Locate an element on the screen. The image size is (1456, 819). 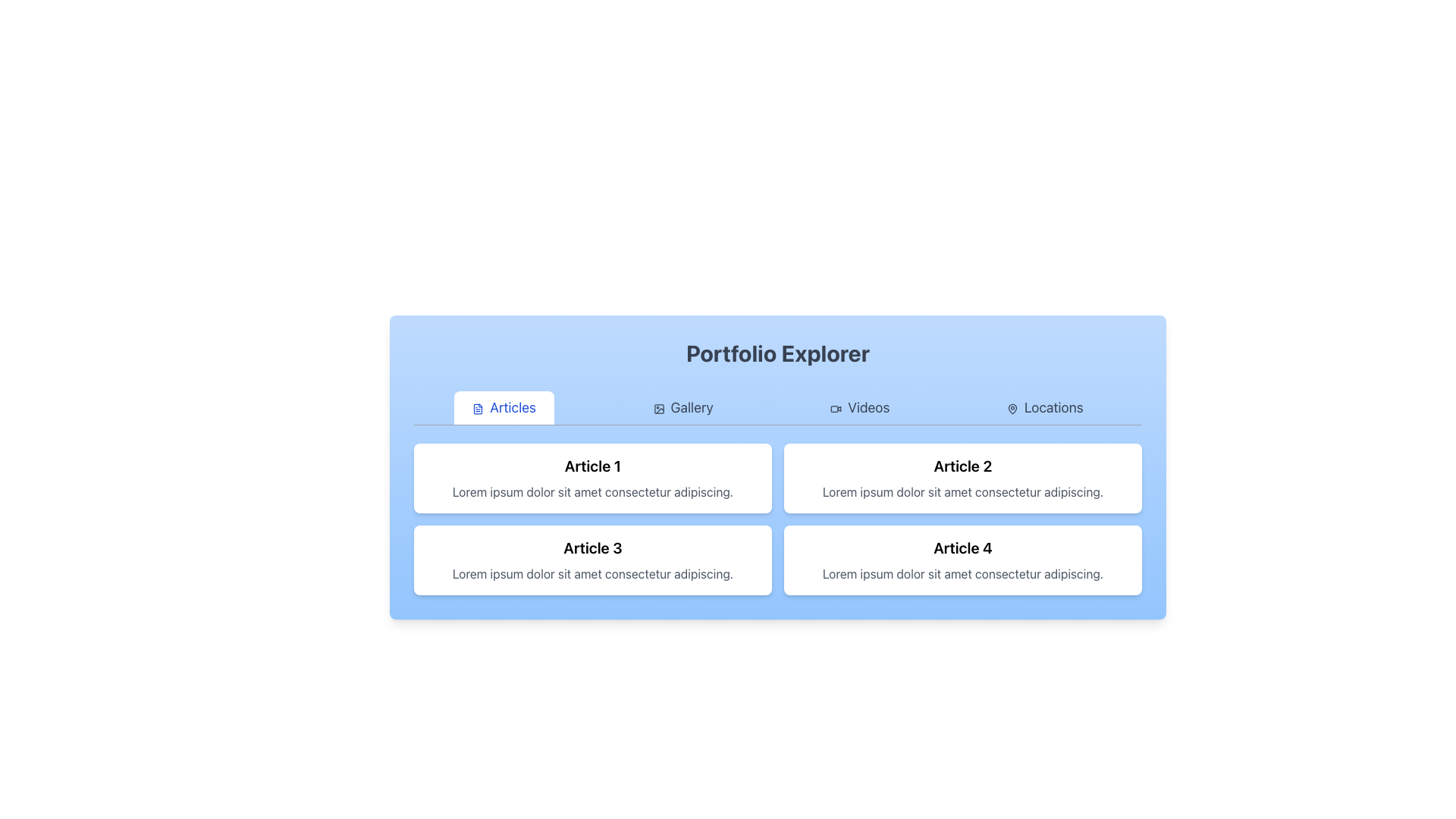
the document icon located to the left of the 'Articles' text in the white tab background is located at coordinates (477, 408).